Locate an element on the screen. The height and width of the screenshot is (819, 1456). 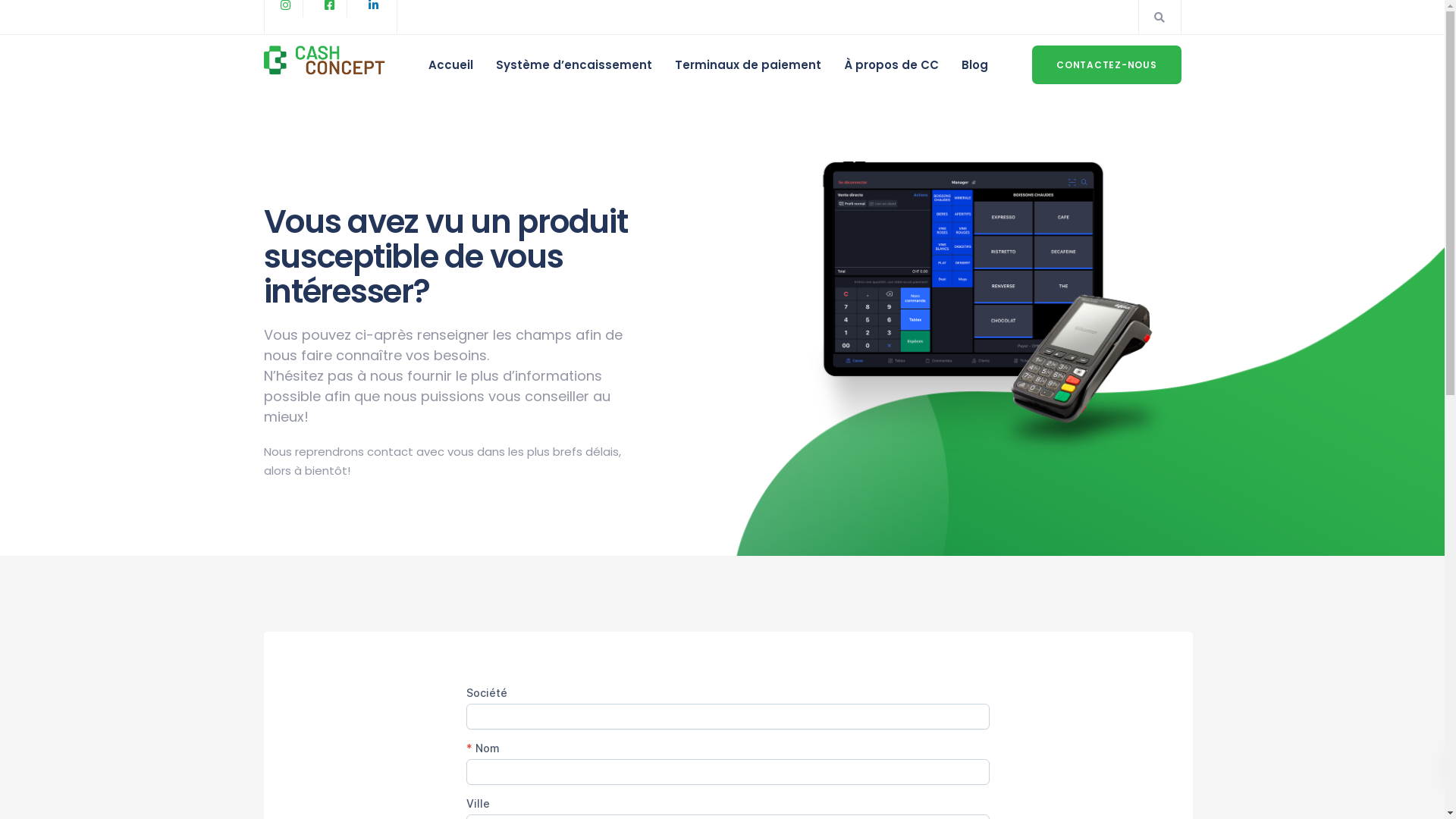
'Blog' is located at coordinates (974, 64).